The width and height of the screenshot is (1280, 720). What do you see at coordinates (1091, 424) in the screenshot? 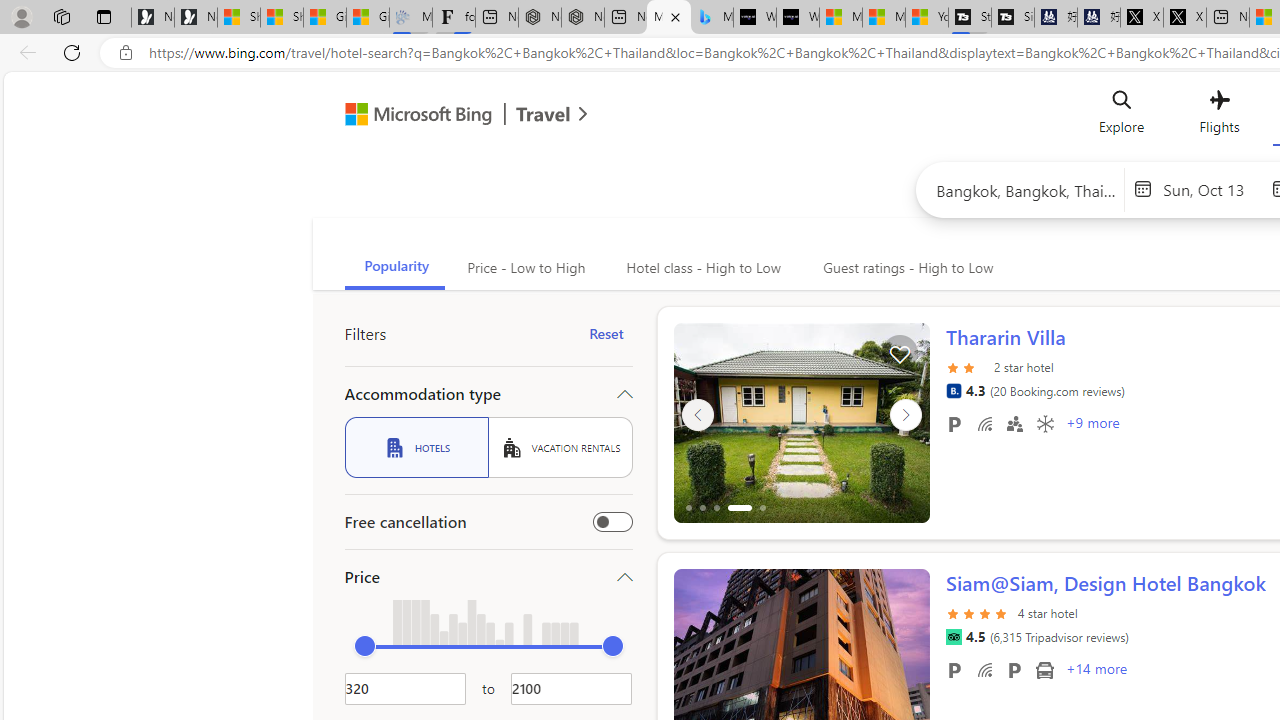
I see `'+9 More Amenities'` at bounding box center [1091, 424].